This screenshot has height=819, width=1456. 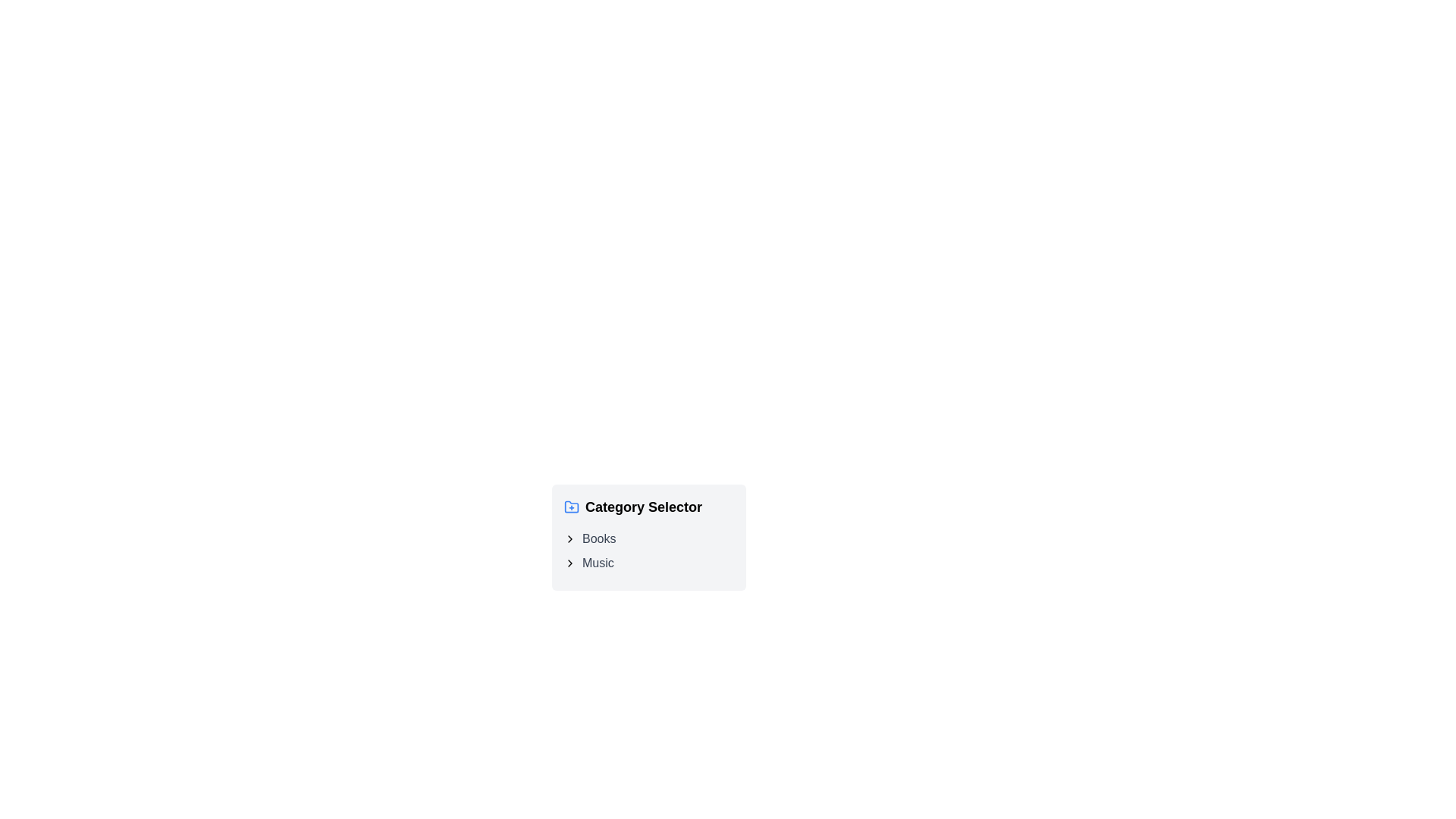 I want to click on the interactive chevron icon button, which is a right-oriented chevron-shaped arrow with a thin black outline, located to the left of the text 'Books' in a horizontal layout, so click(x=570, y=538).